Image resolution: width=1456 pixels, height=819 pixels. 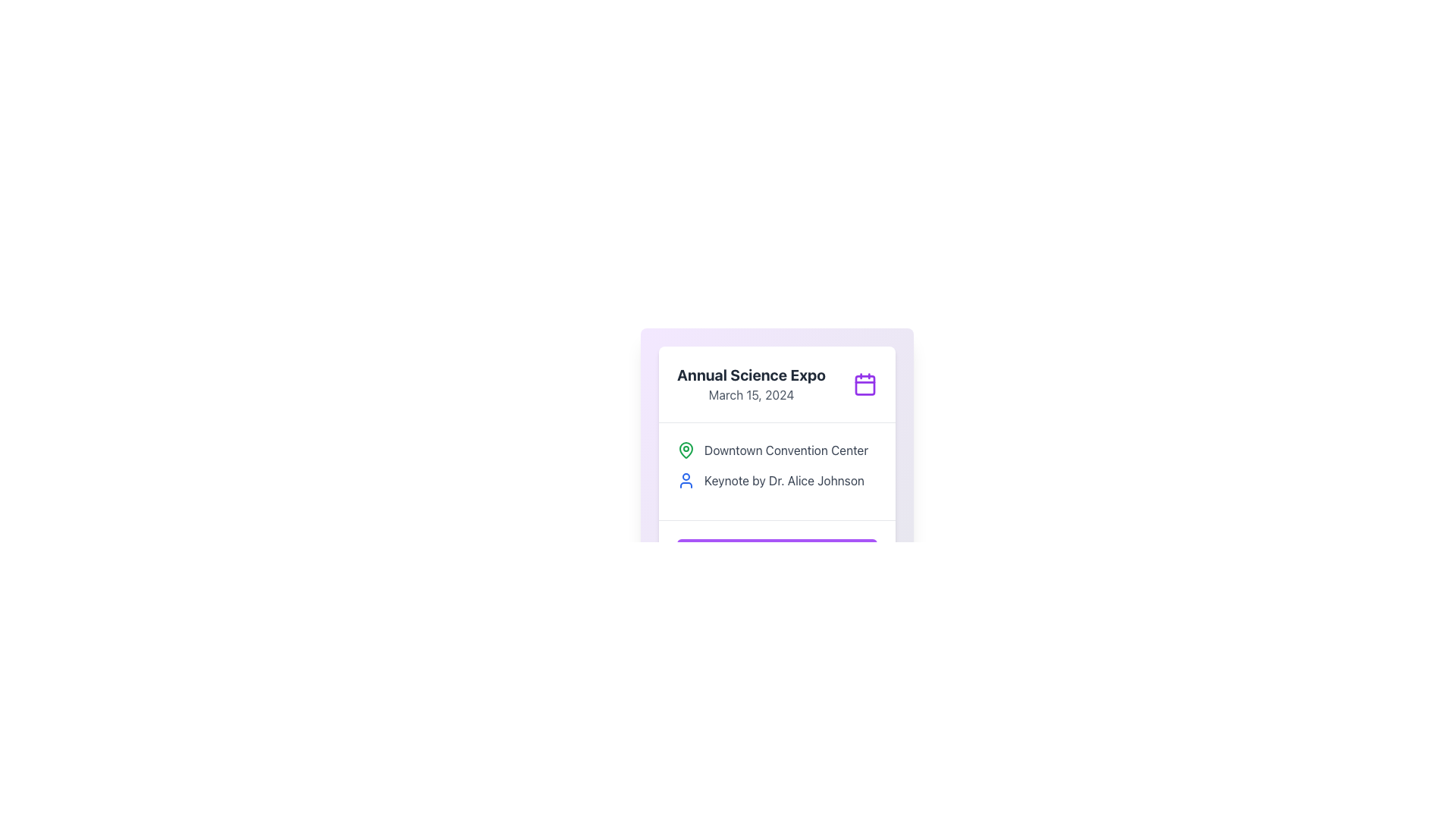 I want to click on the map pin icon located to the left of the text 'Downtown Convention Center' within the information card interface, so click(x=686, y=449).